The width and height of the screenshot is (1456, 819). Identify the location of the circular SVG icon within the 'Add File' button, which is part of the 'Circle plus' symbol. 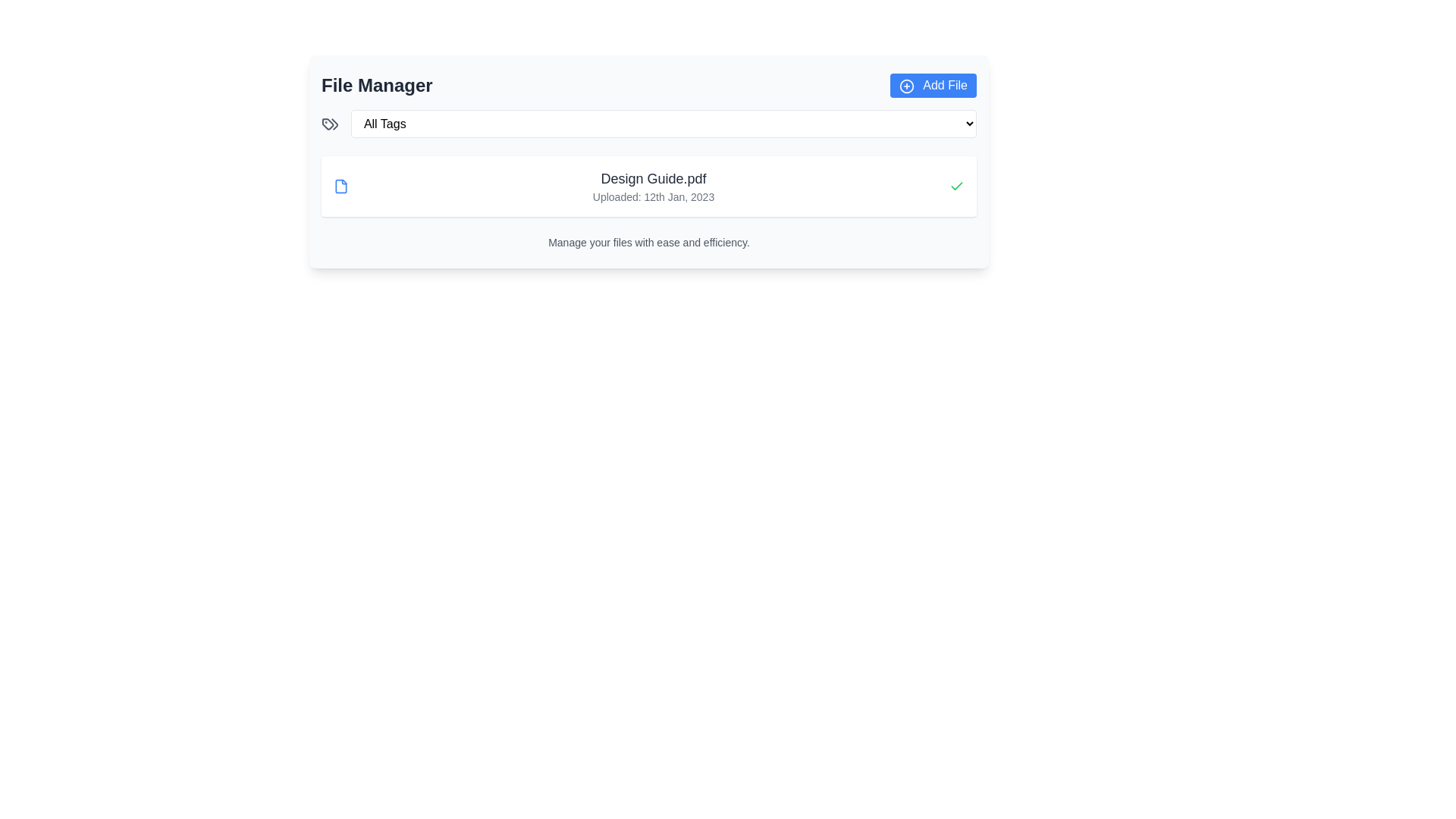
(906, 86).